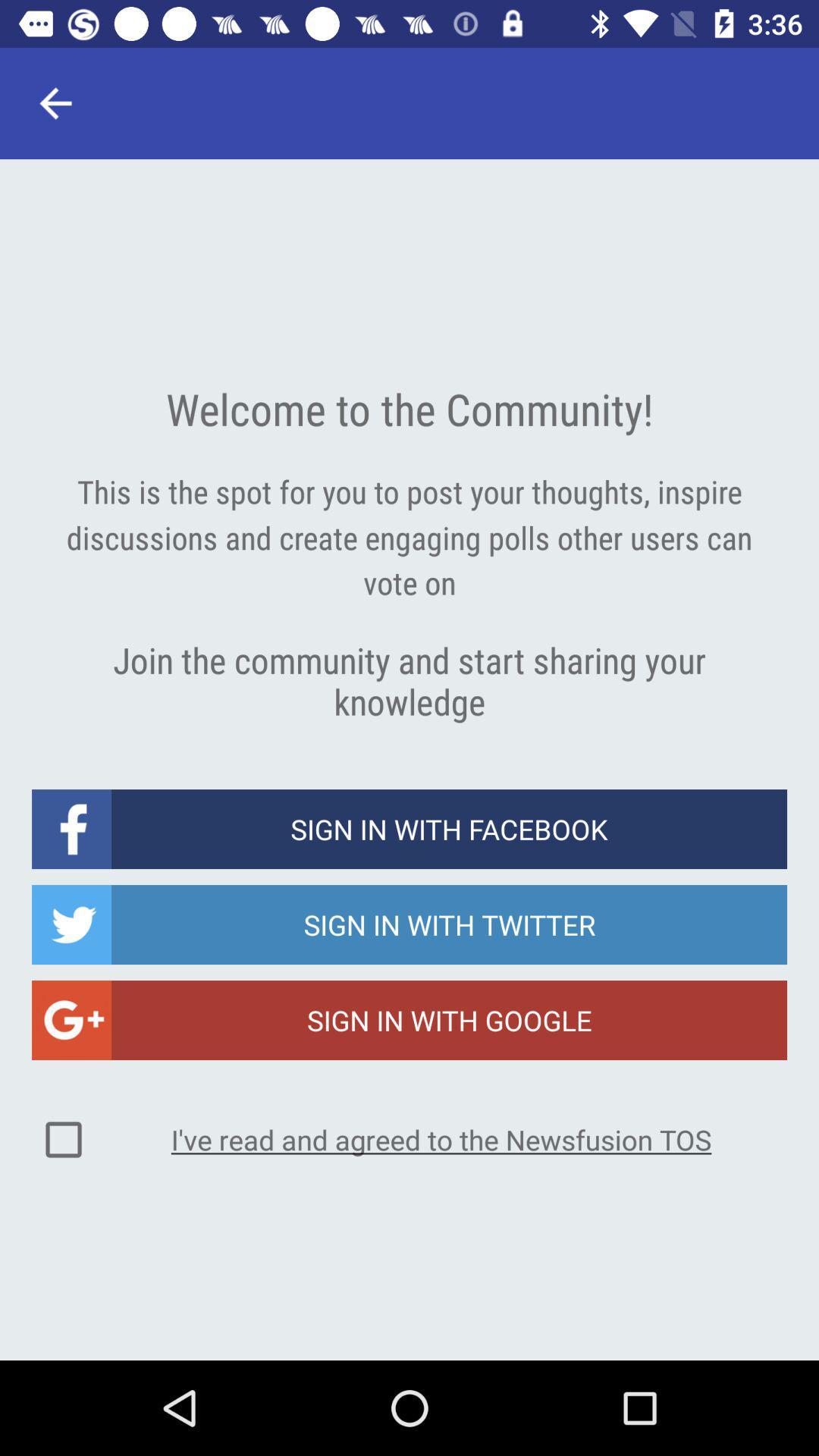 This screenshot has height=1456, width=819. Describe the element at coordinates (441, 1139) in the screenshot. I see `the i ve read` at that location.